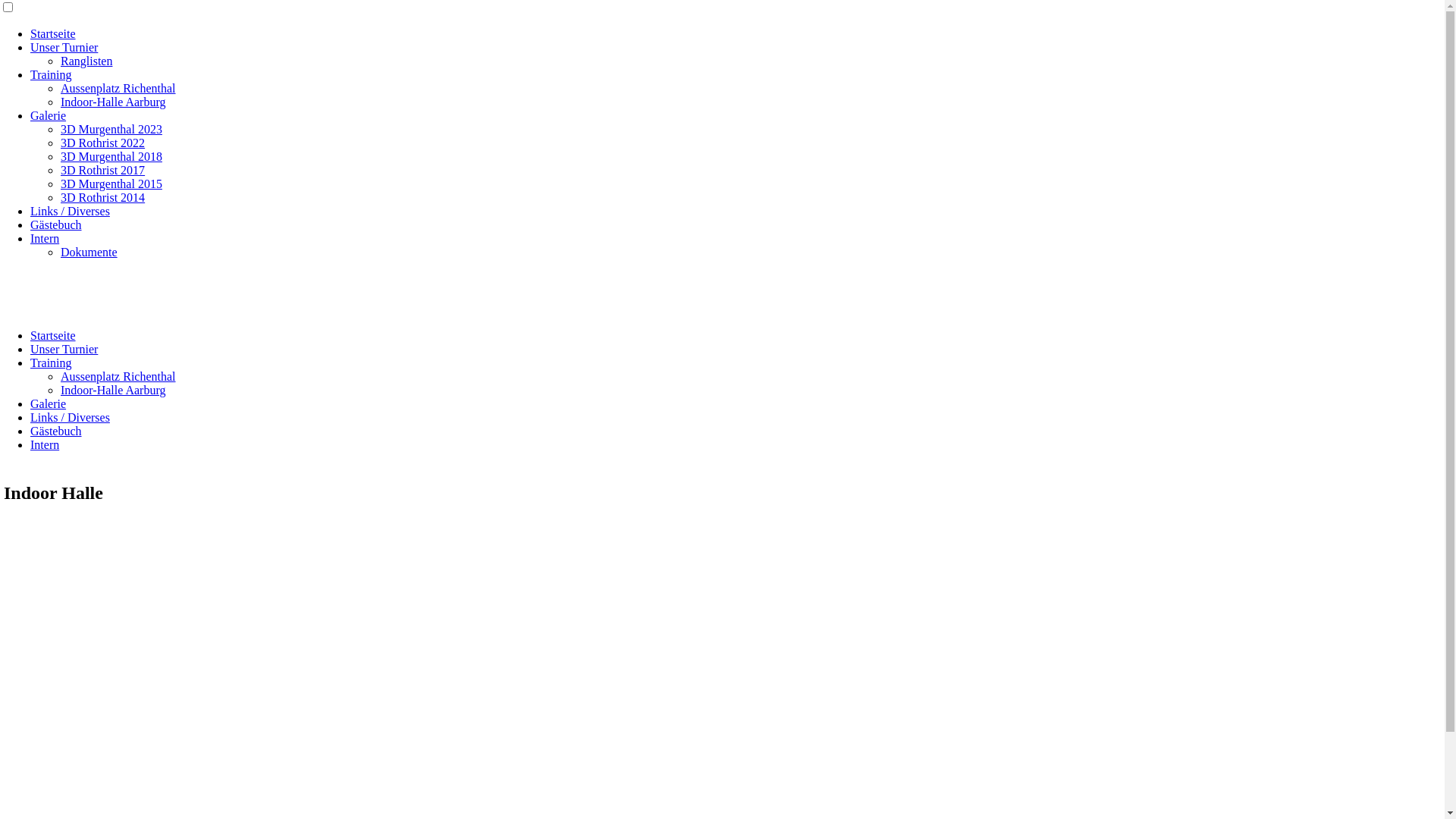 This screenshot has height=819, width=1456. I want to click on 'Links / Diverses', so click(30, 211).